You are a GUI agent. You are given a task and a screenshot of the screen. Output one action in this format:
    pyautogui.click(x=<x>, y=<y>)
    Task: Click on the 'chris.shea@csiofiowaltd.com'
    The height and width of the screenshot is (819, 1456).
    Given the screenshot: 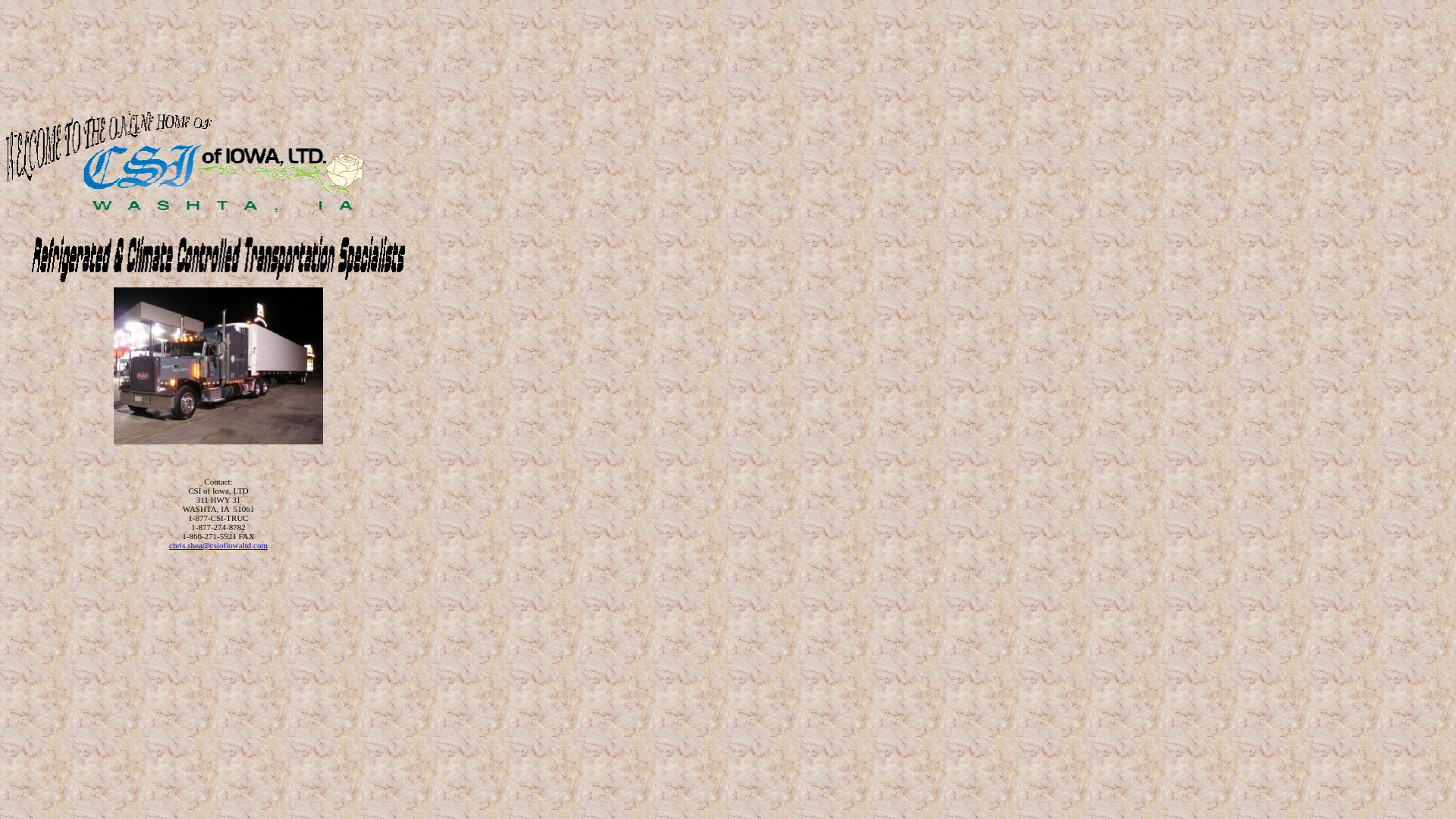 What is the action you would take?
    pyautogui.click(x=218, y=544)
    